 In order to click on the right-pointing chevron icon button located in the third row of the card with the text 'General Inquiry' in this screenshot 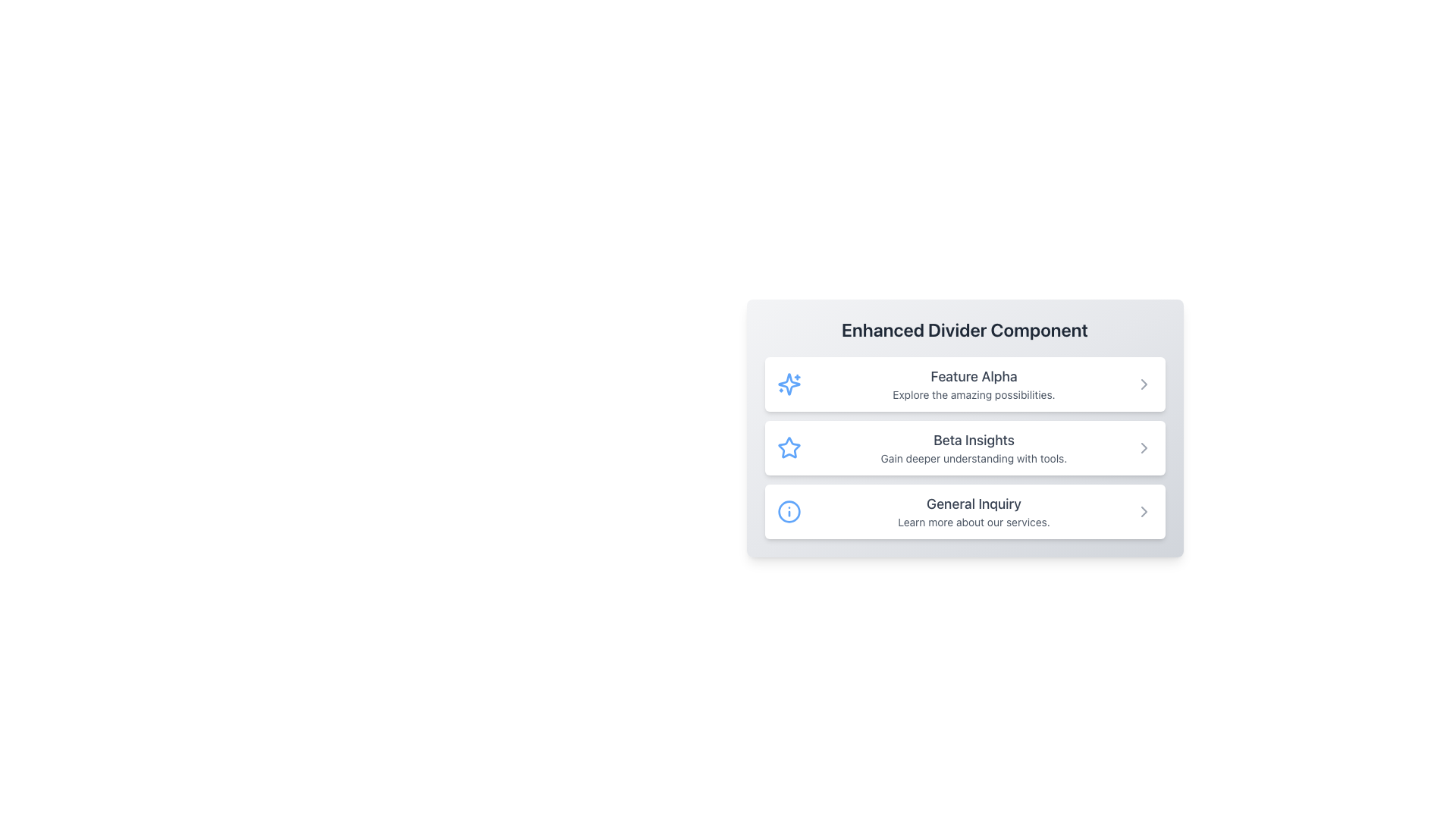, I will do `click(1144, 512)`.